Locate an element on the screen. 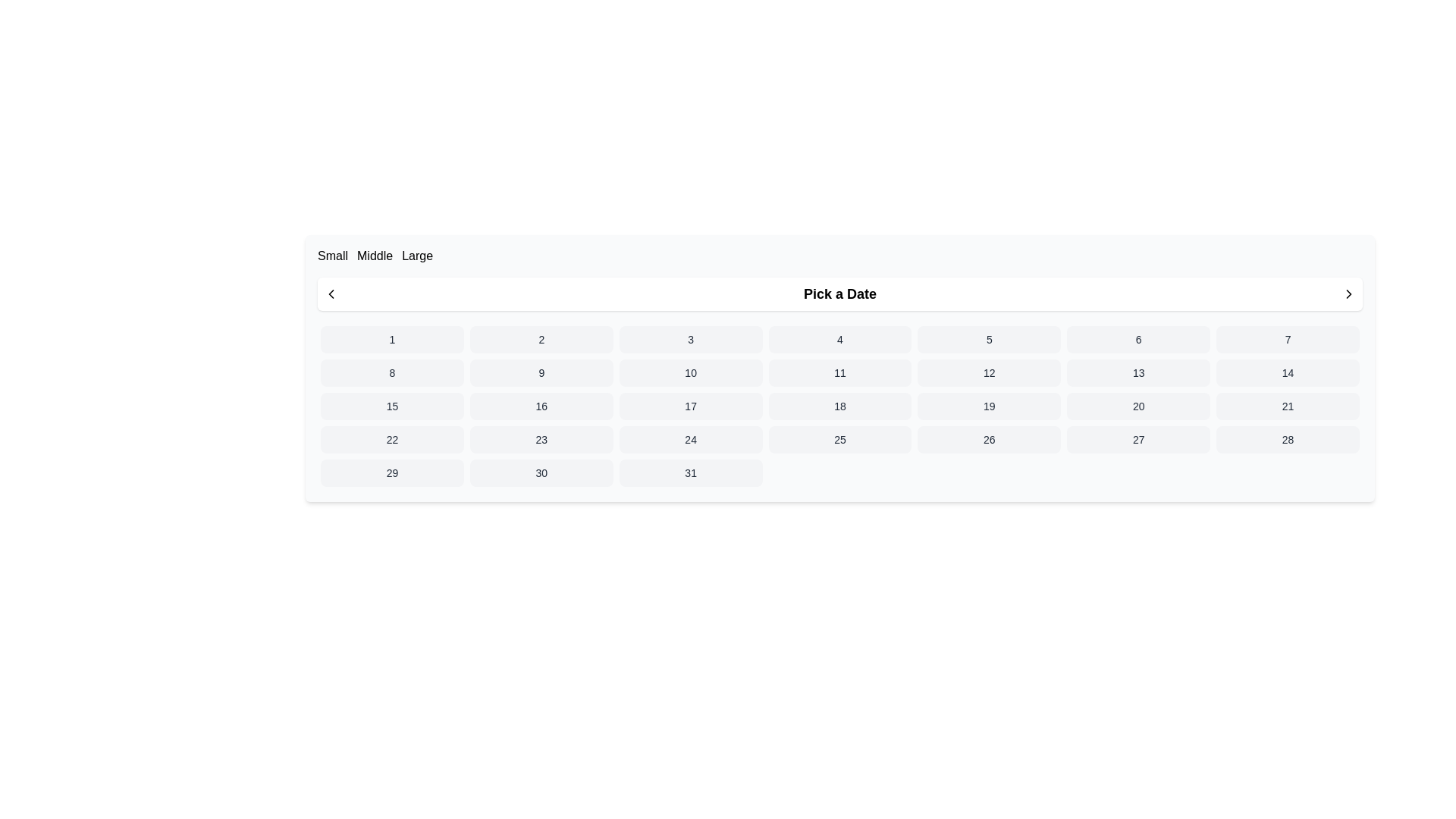  the rectangular button with rounded corners containing the number '22' is located at coordinates (392, 439).